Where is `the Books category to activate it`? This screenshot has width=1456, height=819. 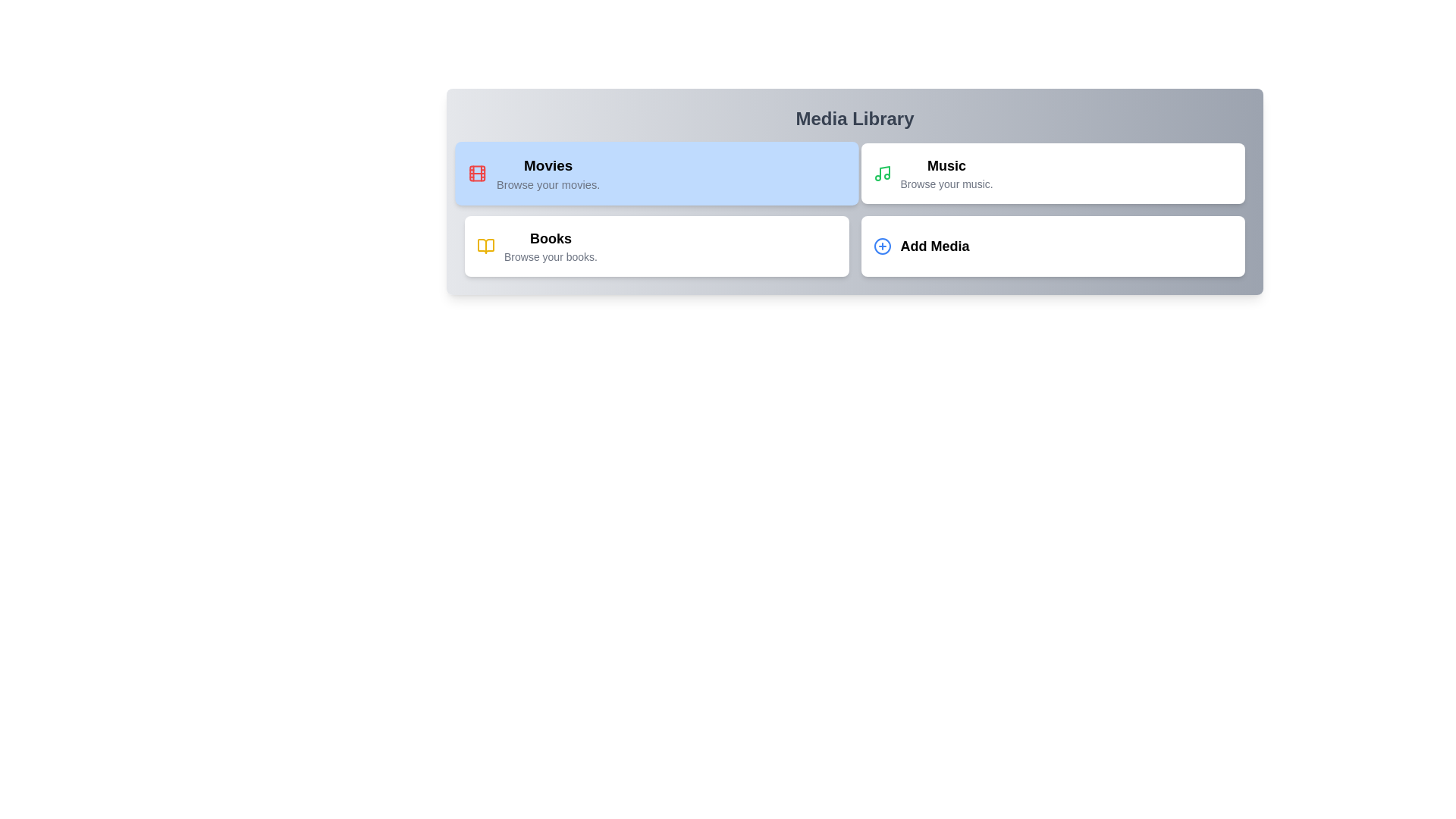
the Books category to activate it is located at coordinates (657, 245).